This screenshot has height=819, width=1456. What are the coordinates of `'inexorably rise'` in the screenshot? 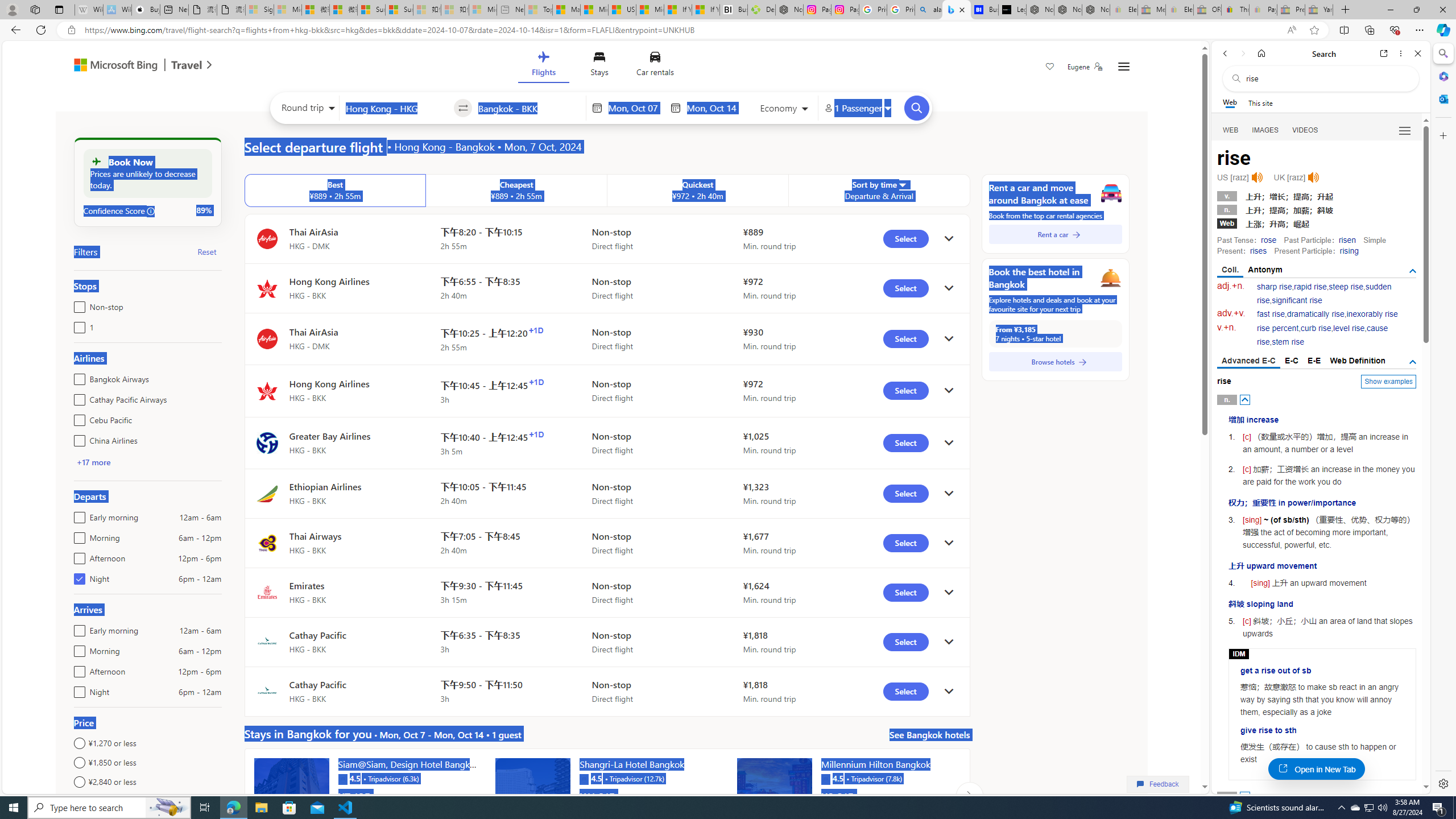 It's located at (1372, 313).